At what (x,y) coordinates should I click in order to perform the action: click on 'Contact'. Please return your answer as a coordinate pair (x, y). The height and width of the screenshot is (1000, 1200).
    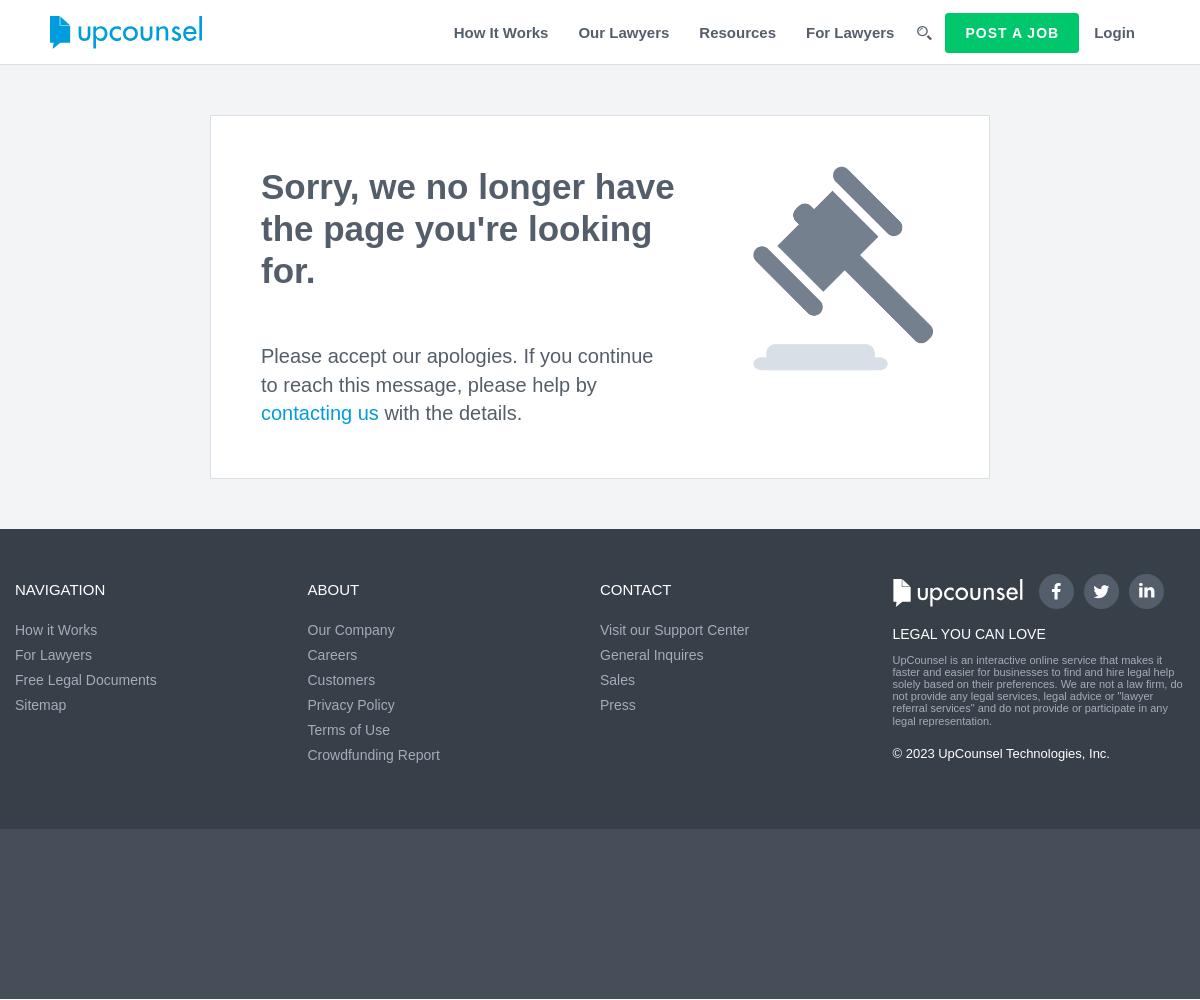
    Looking at the image, I should click on (635, 587).